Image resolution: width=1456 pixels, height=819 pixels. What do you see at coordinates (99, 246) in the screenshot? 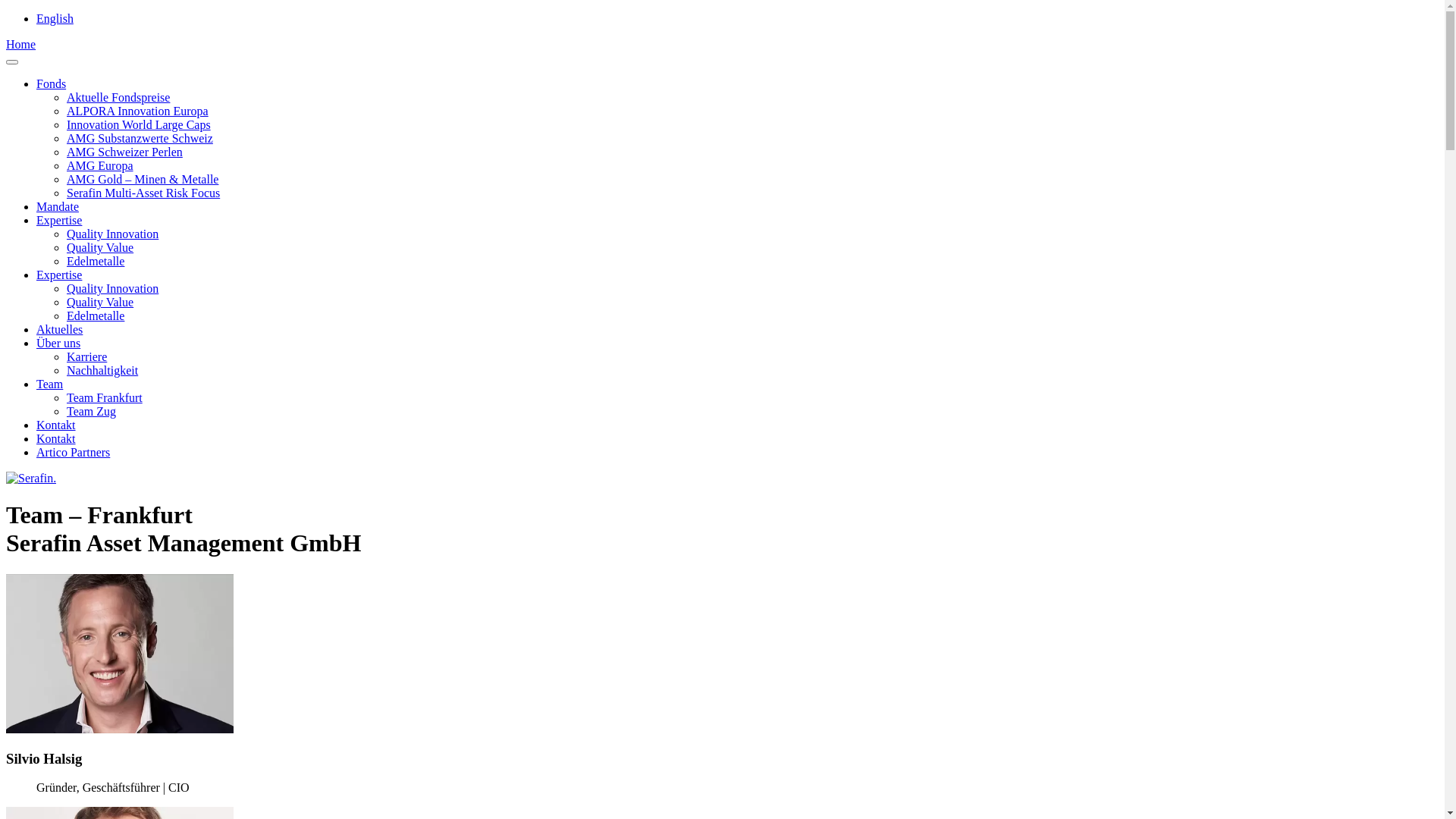
I see `'Quality Value'` at bounding box center [99, 246].